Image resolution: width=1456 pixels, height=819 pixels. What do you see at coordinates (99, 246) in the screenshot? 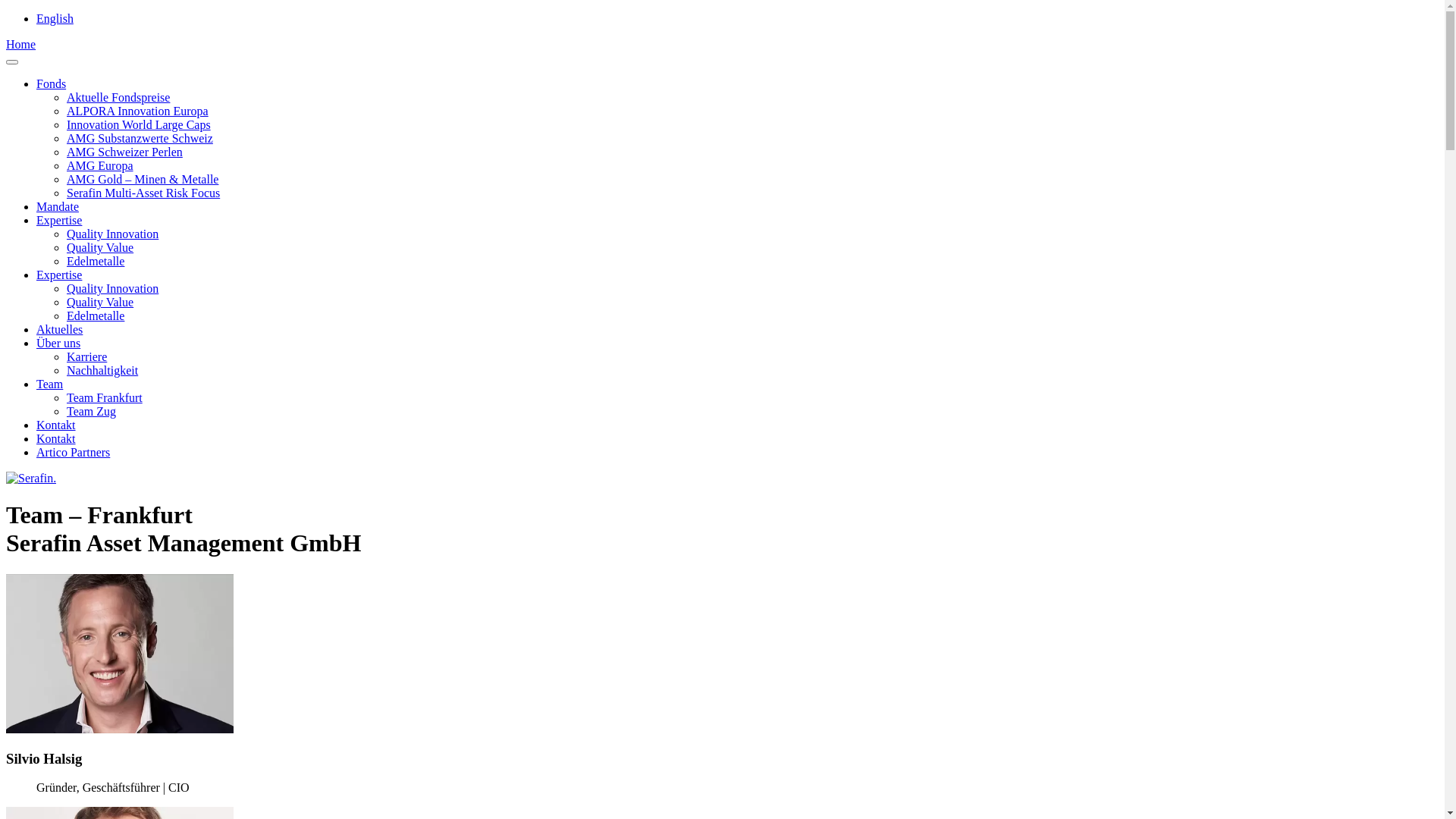
I see `'Quality Value'` at bounding box center [99, 246].